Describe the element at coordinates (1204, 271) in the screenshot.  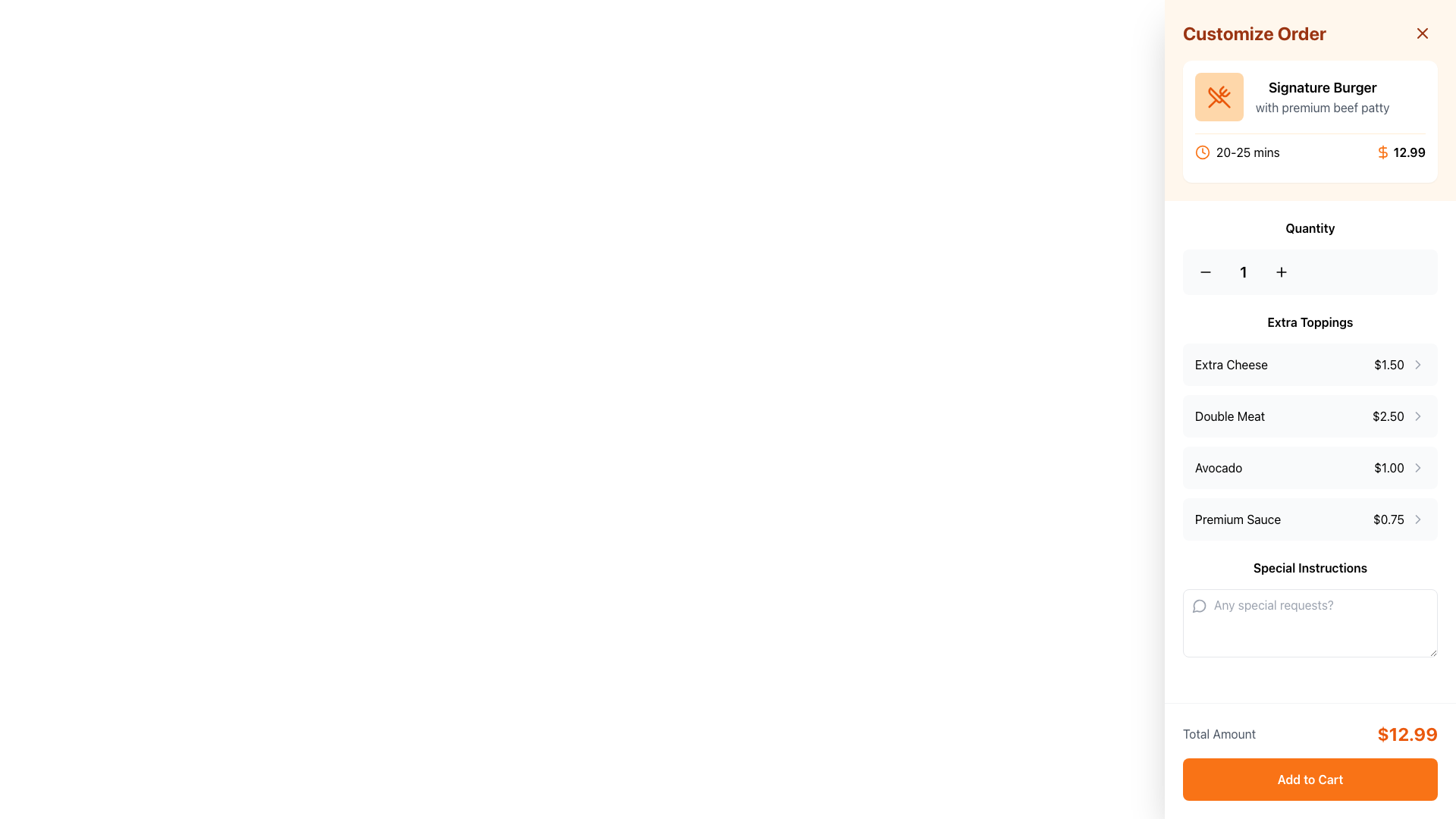
I see `the decrement button located in the 'Quantity' section to reduce the displayed quantity` at that location.